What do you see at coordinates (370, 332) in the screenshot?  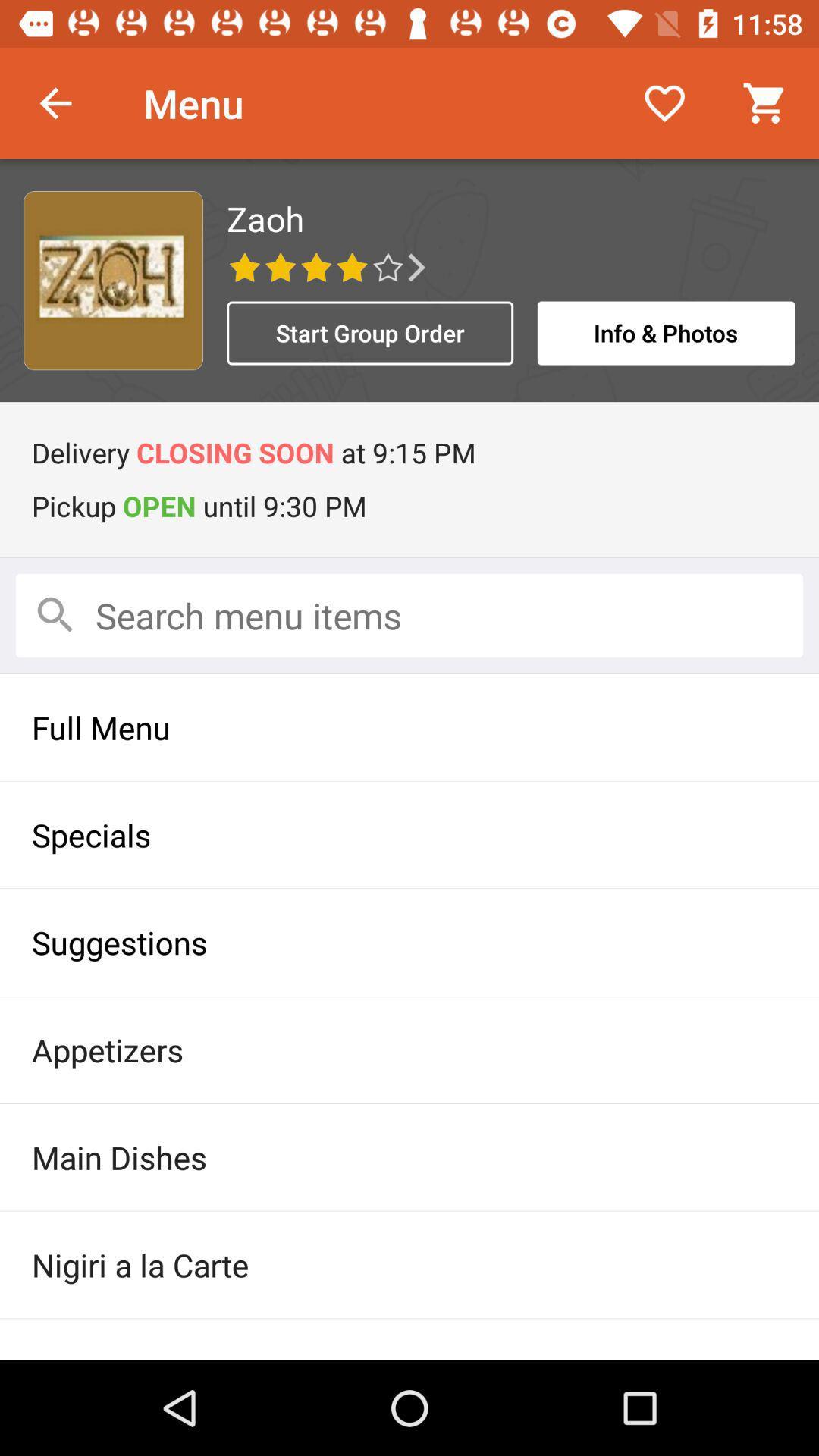 I see `the item above delivery closing soon item` at bounding box center [370, 332].